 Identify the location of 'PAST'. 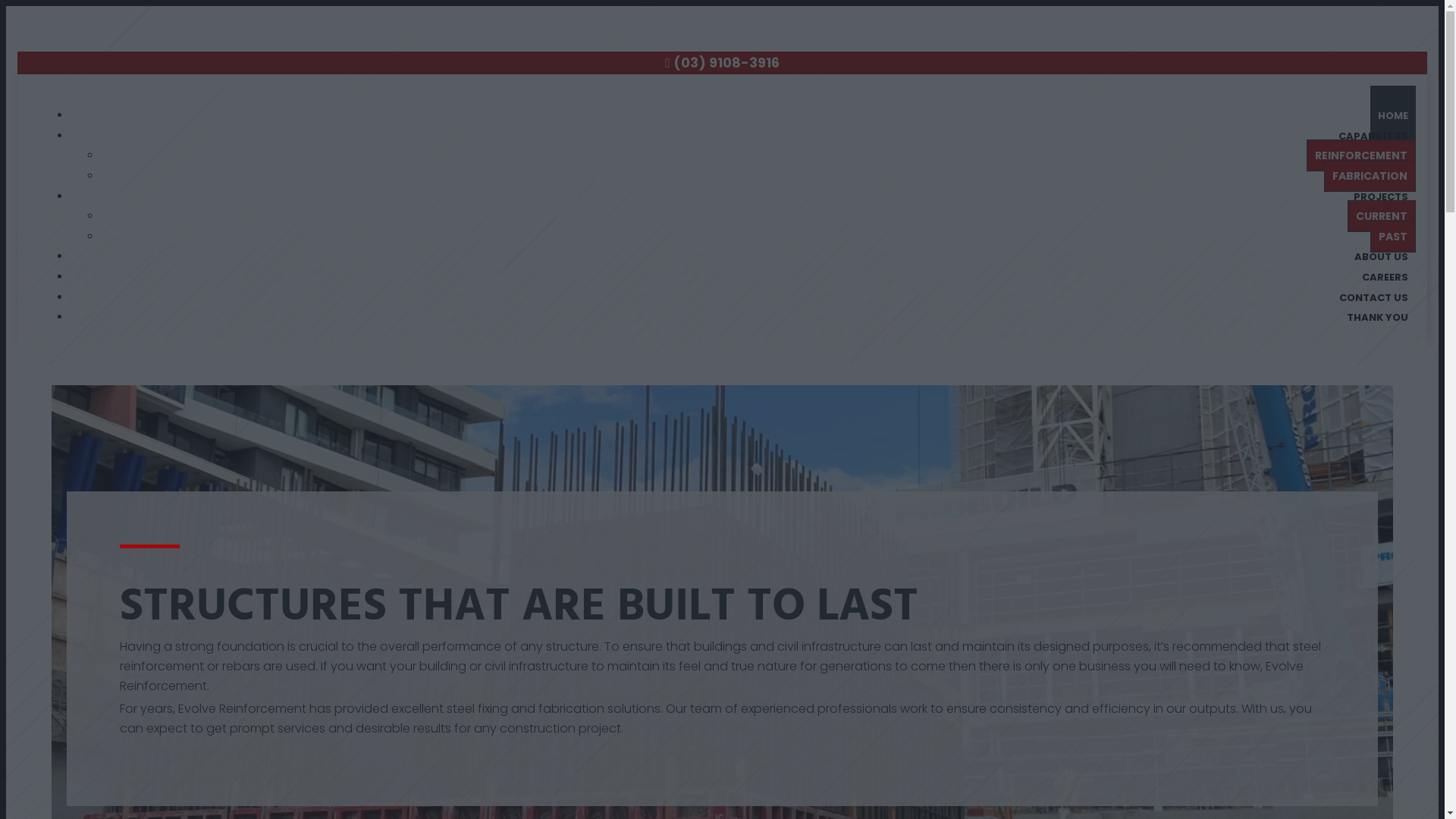
(1393, 237).